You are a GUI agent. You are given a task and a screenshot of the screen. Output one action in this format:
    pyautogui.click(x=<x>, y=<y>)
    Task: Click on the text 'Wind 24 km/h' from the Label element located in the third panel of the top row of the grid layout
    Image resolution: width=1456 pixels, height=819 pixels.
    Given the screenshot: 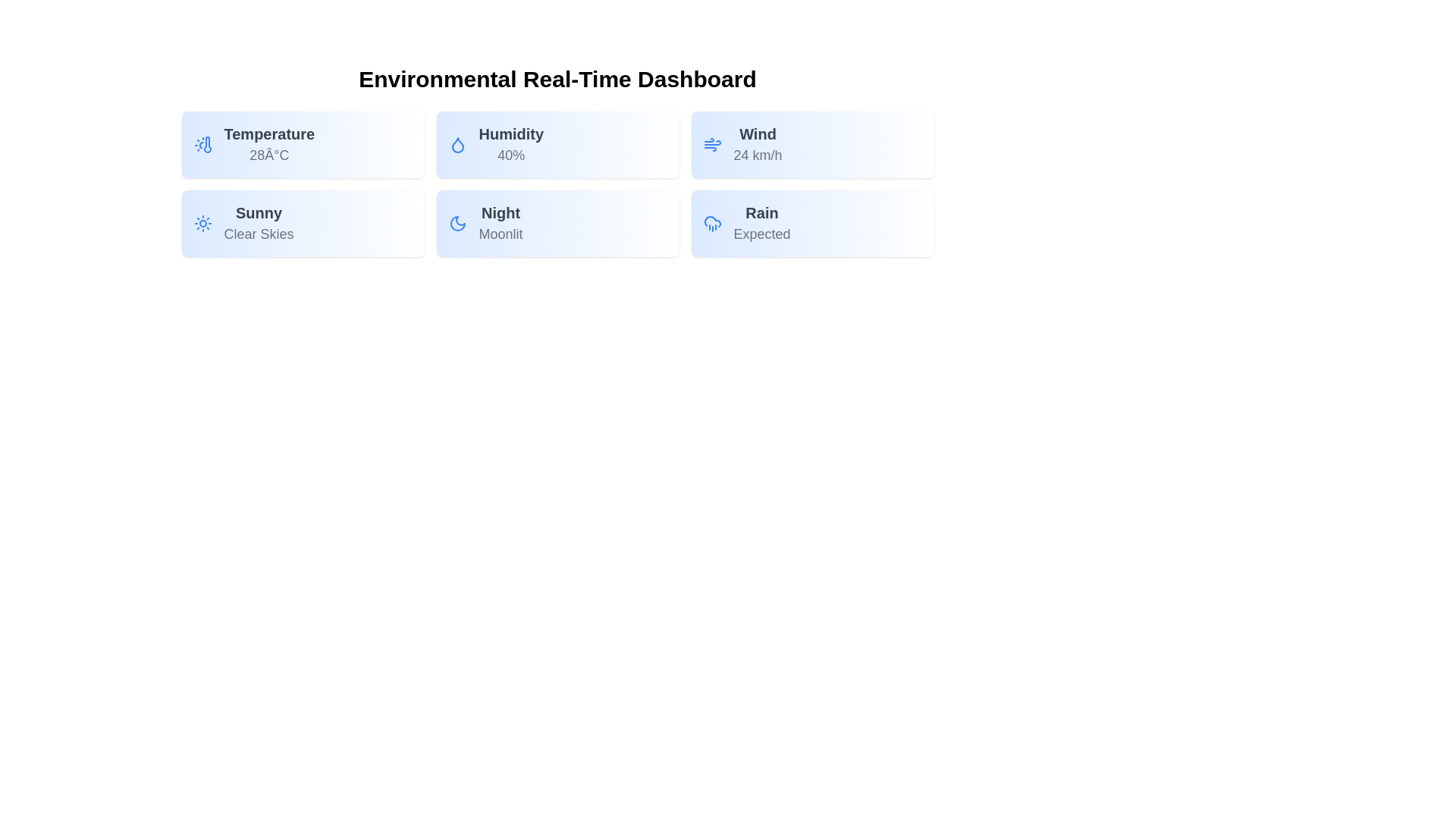 What is the action you would take?
    pyautogui.click(x=758, y=145)
    